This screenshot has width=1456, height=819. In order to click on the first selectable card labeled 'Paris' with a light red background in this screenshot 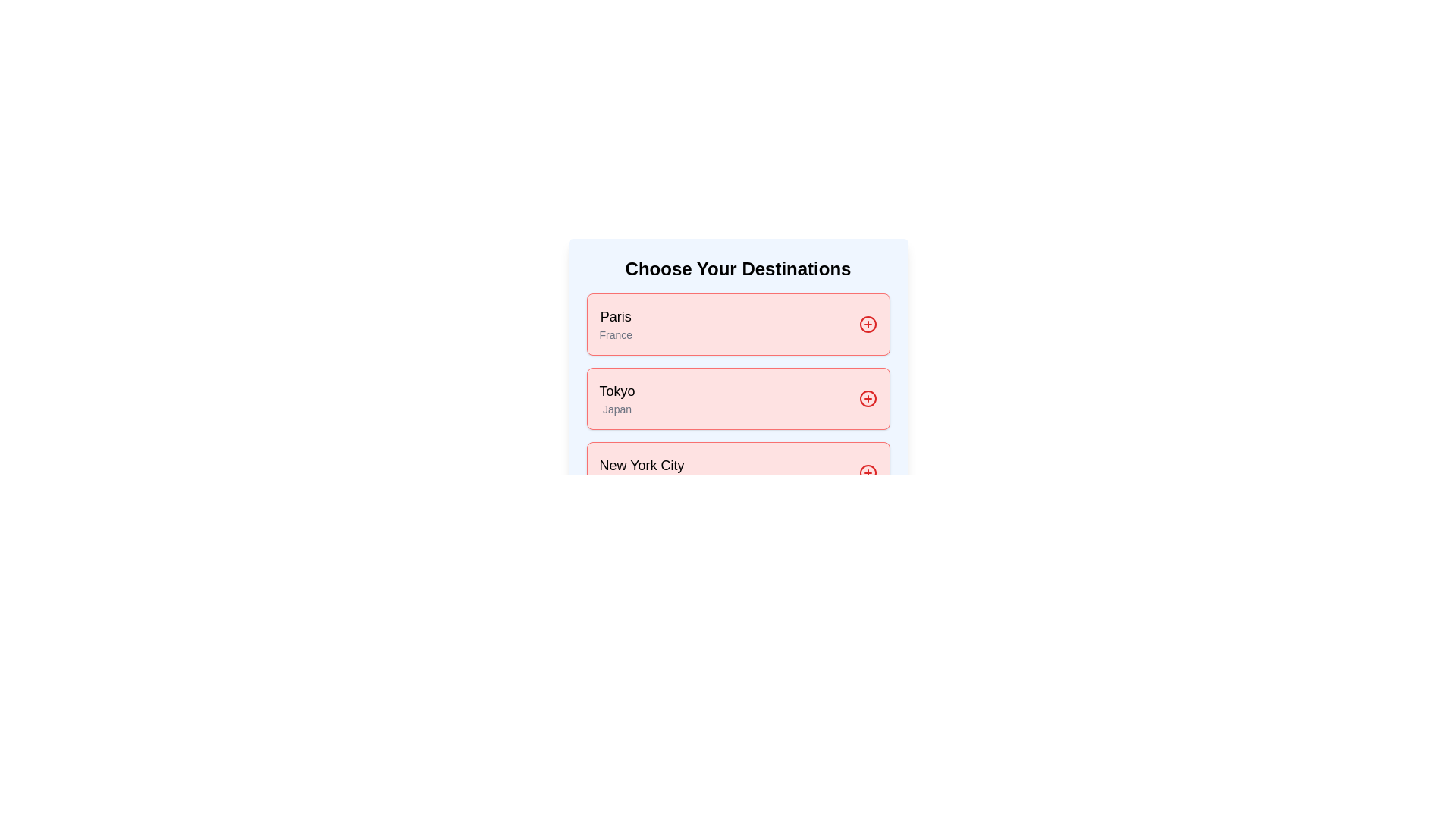, I will do `click(738, 324)`.